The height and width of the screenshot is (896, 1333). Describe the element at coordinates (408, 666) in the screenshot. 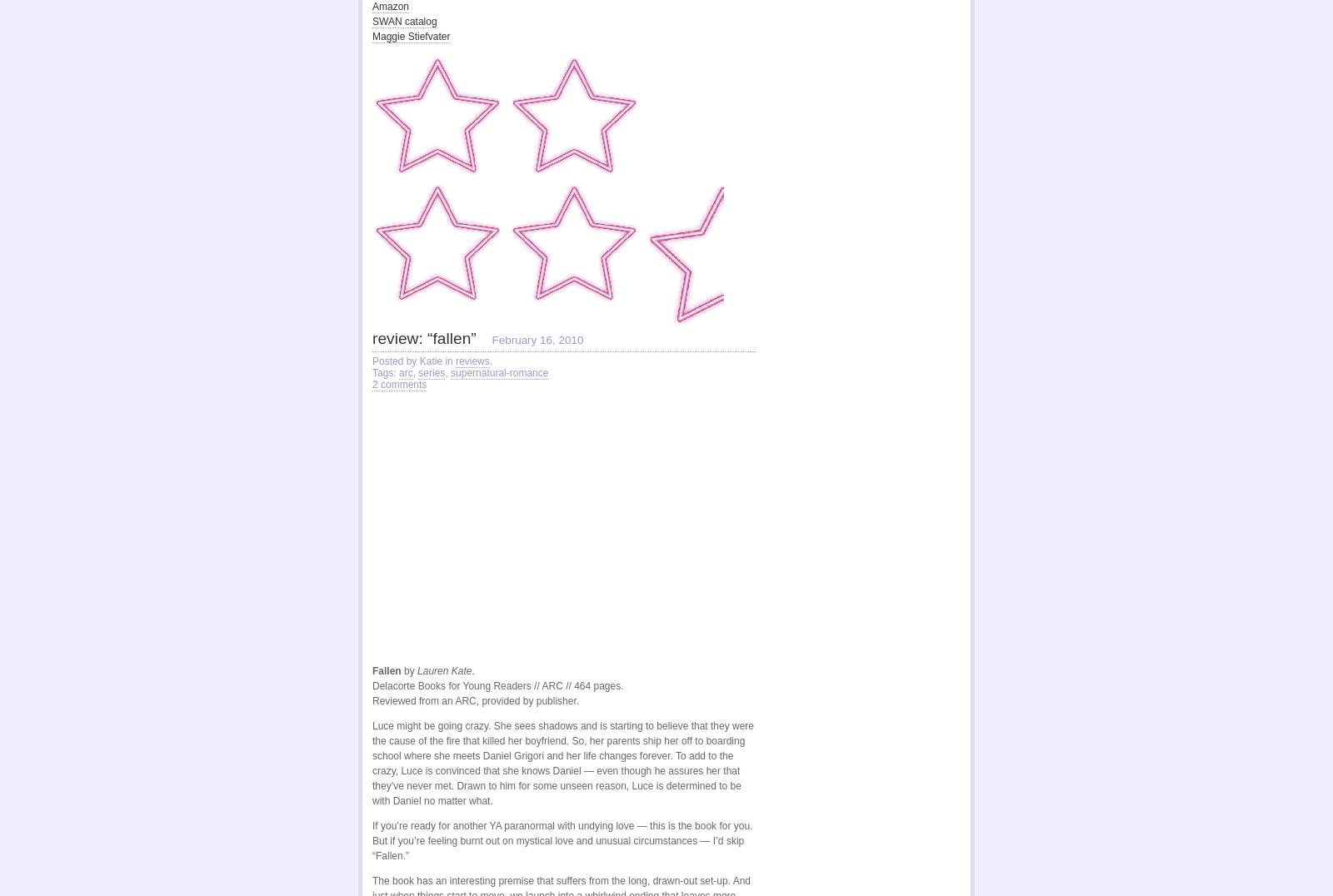

I see `'by'` at that location.